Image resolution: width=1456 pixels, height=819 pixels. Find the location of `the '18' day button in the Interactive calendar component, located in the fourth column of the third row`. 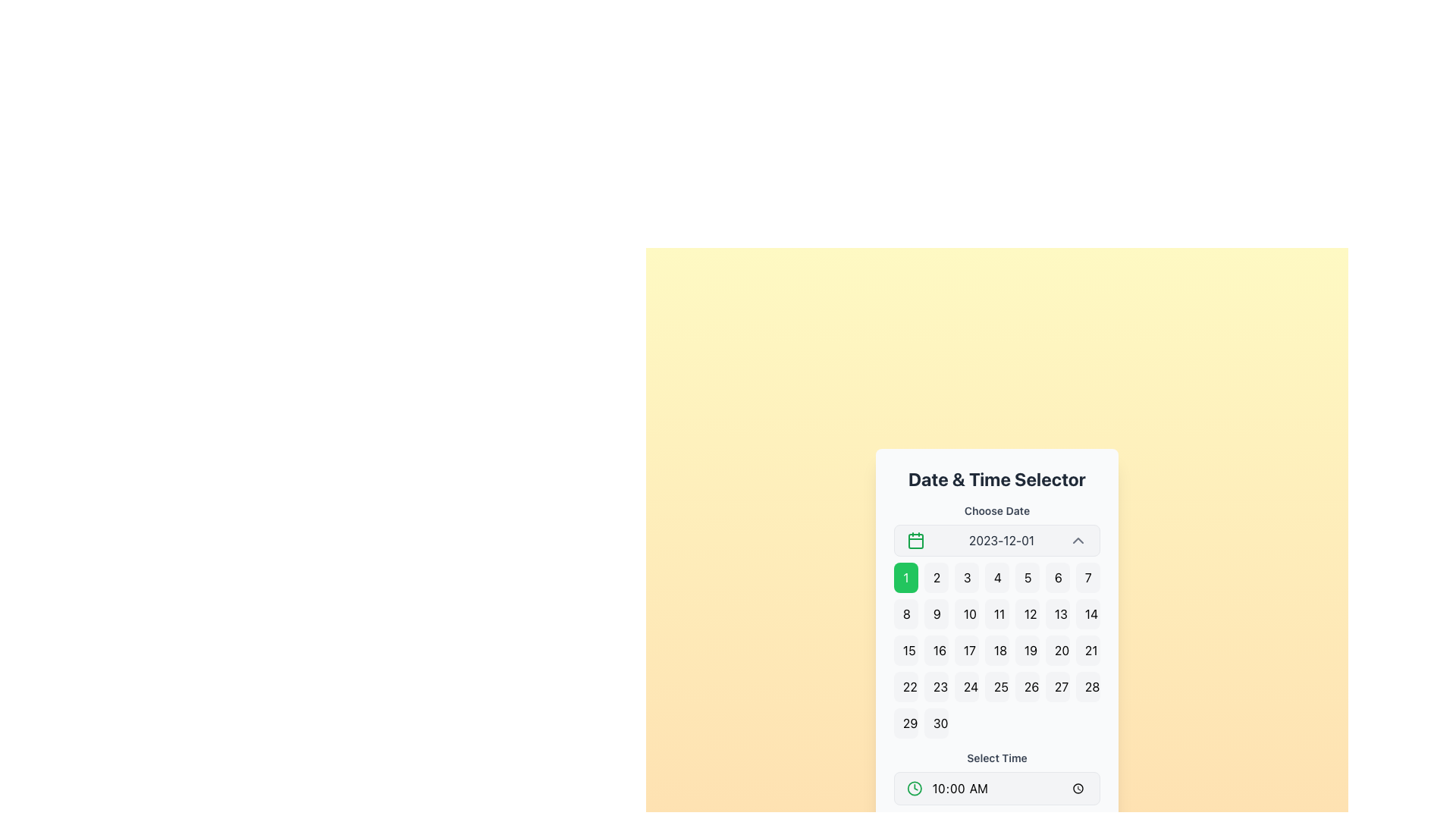

the '18' day button in the Interactive calendar component, located in the fourth column of the third row is located at coordinates (997, 649).